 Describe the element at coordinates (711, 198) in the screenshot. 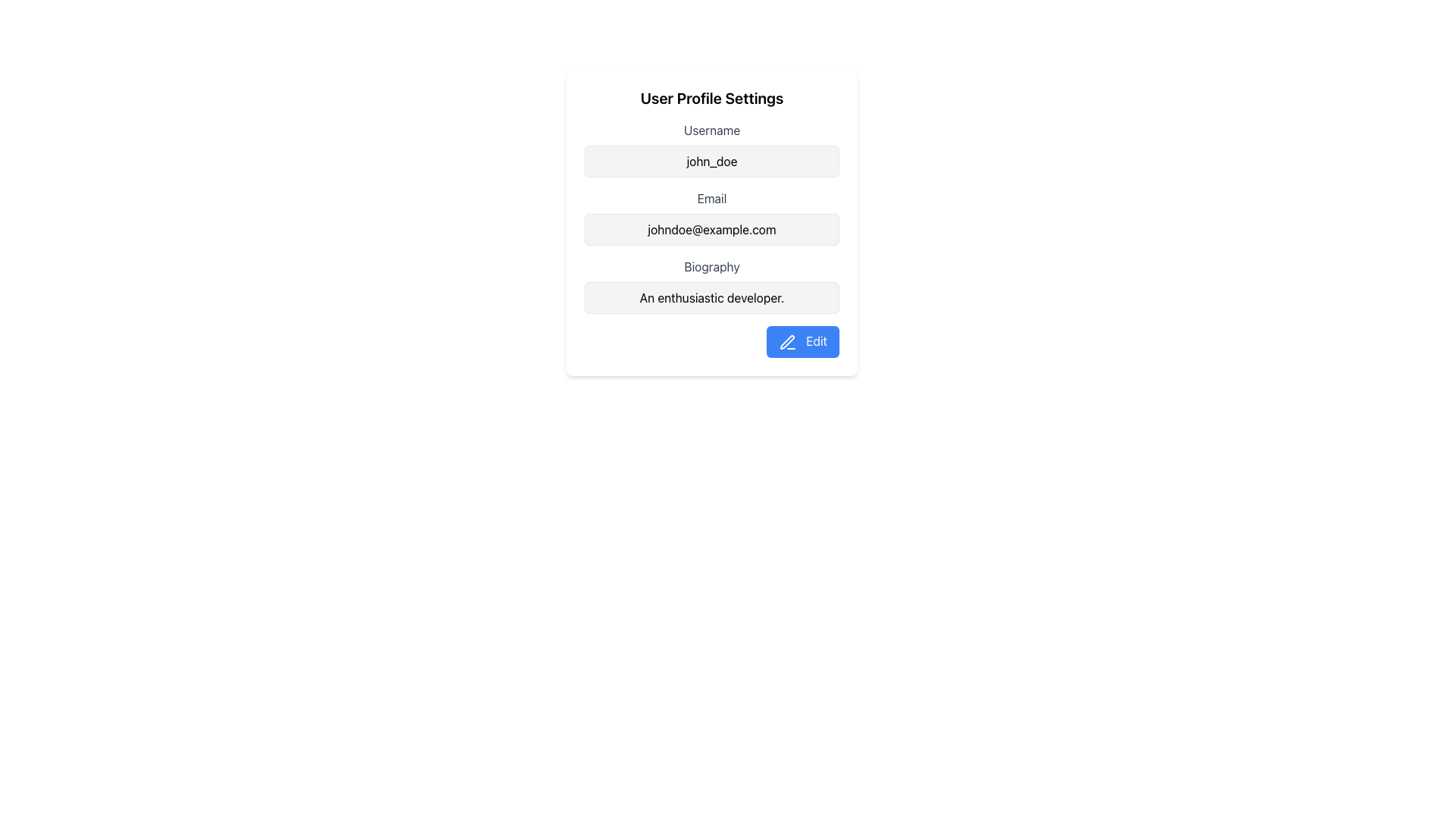

I see `the 'Email' text label in bold, dark gray font located in the user profile settings form` at that location.